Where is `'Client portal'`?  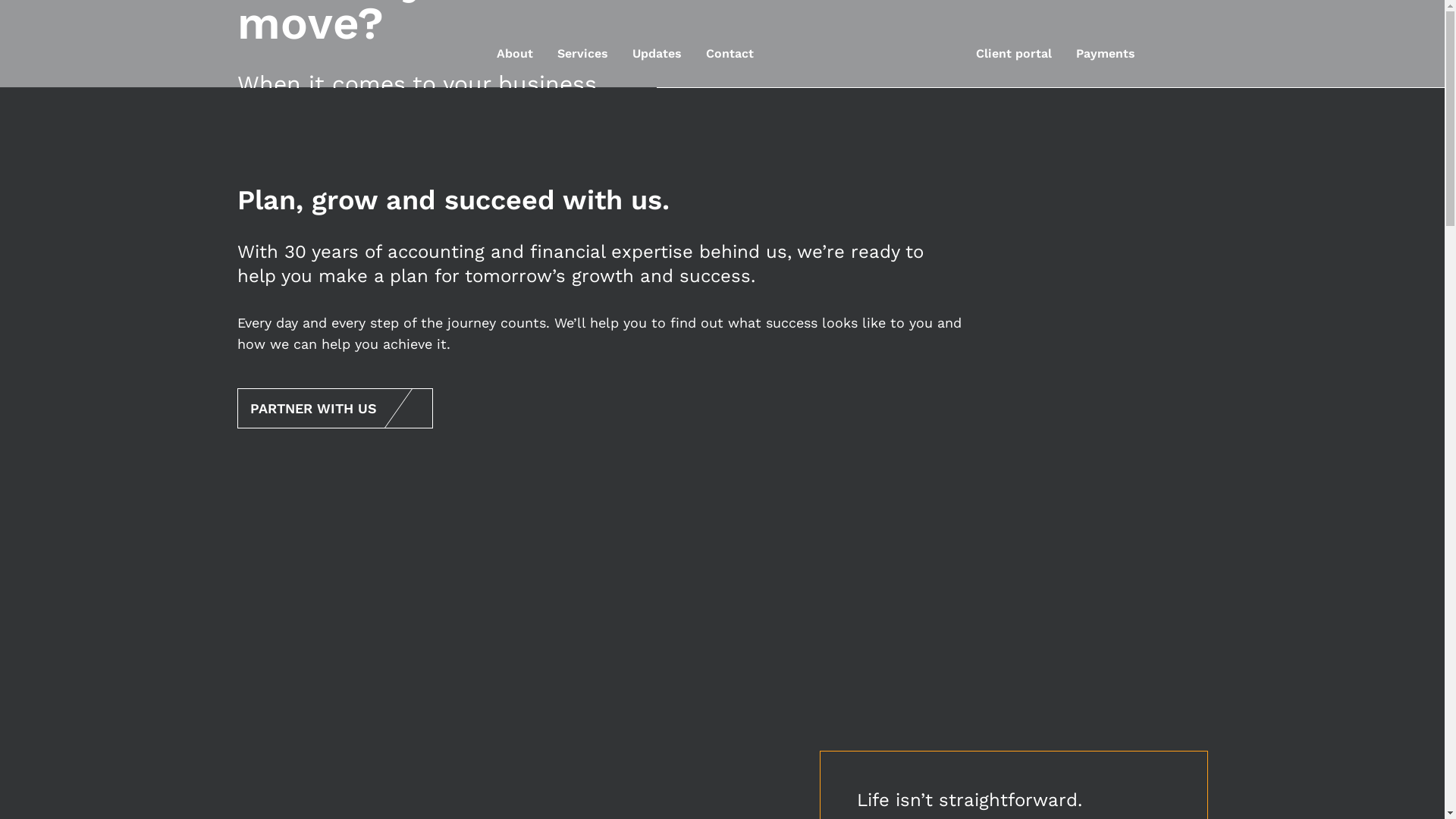 'Client portal' is located at coordinates (1012, 42).